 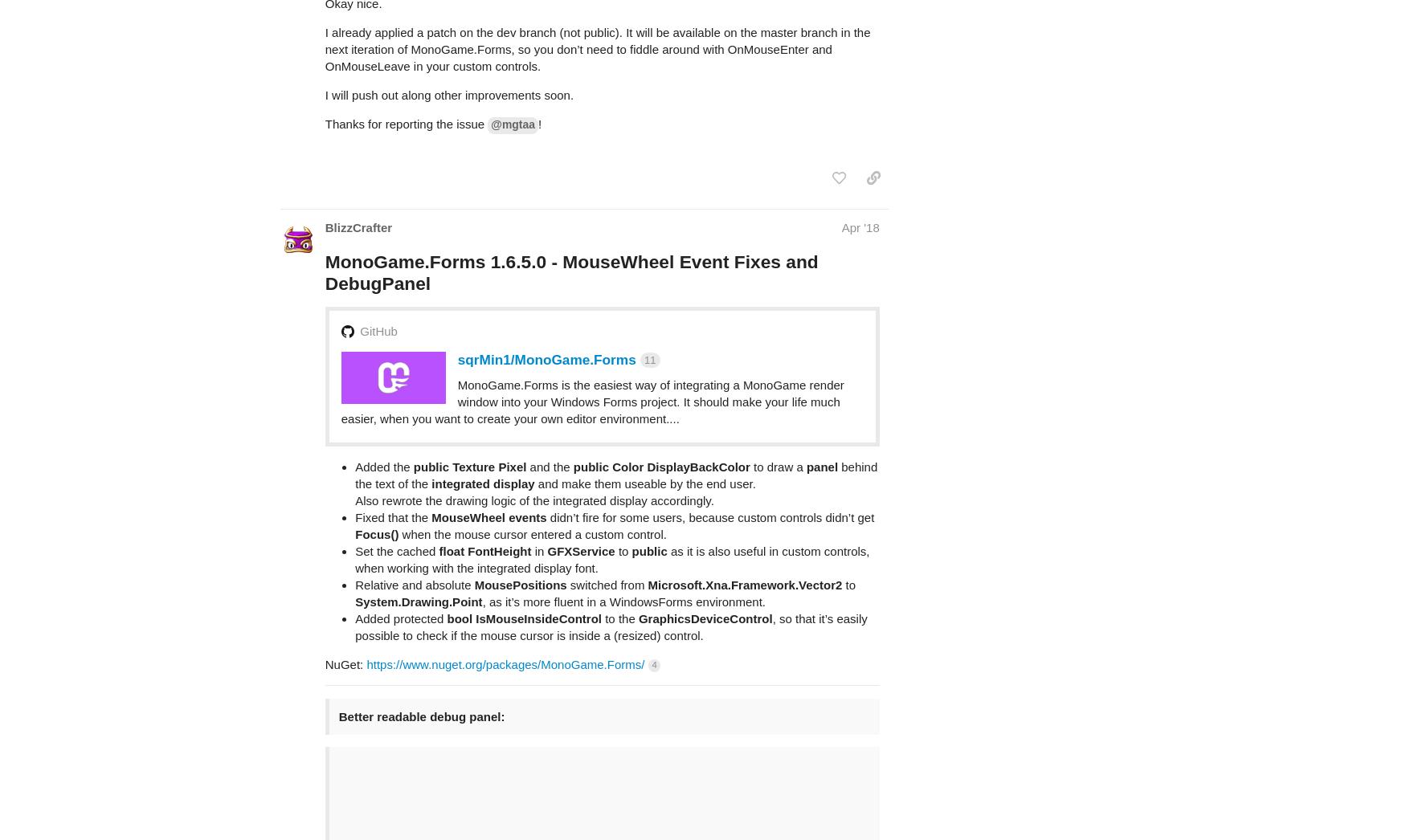 I want to click on '4', so click(x=652, y=601).